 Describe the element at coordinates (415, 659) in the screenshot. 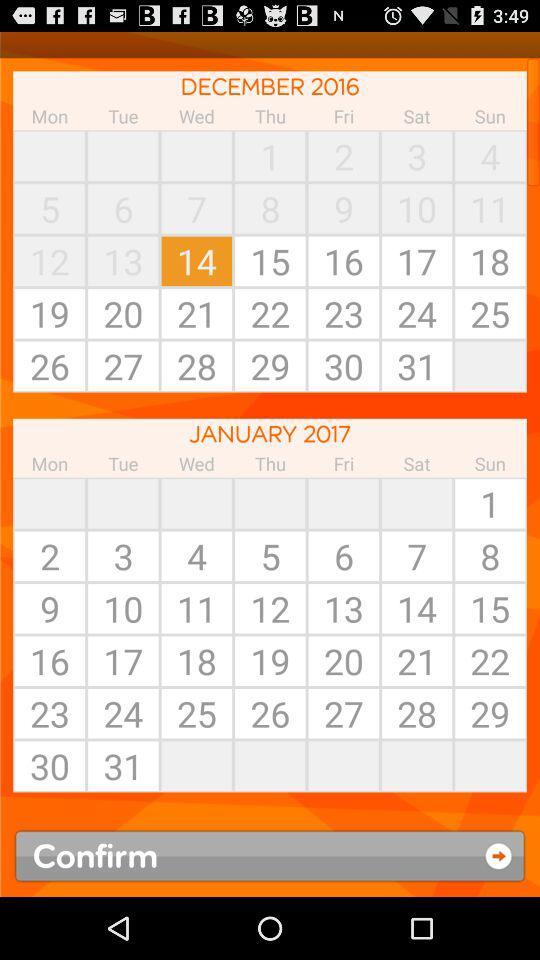

I see `the date 21 of january` at that location.